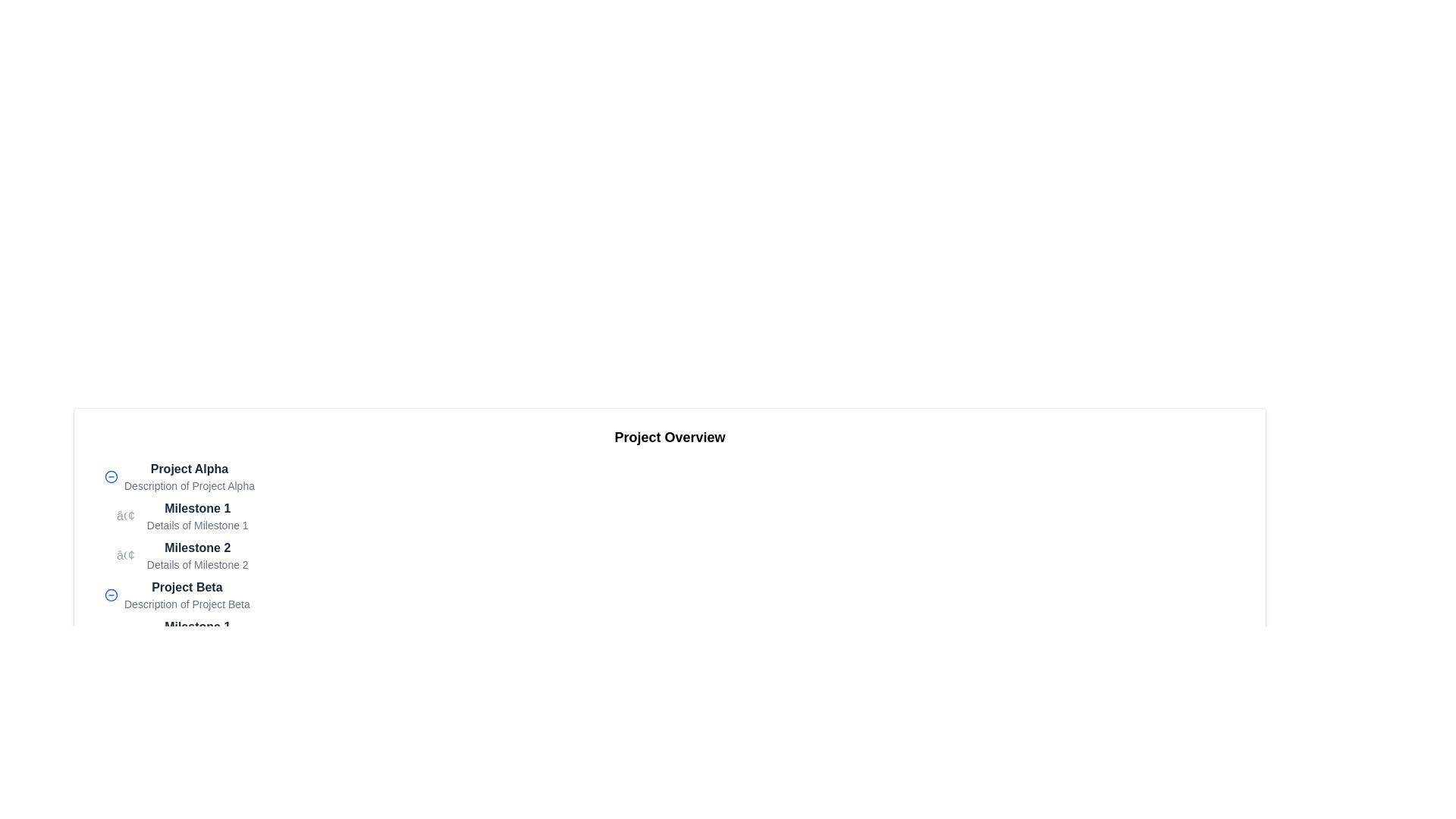 This screenshot has height=819, width=1456. What do you see at coordinates (111, 595) in the screenshot?
I see `the blue circular icon button with a minus symbol, located to the left of the text 'Project Beta'` at bounding box center [111, 595].